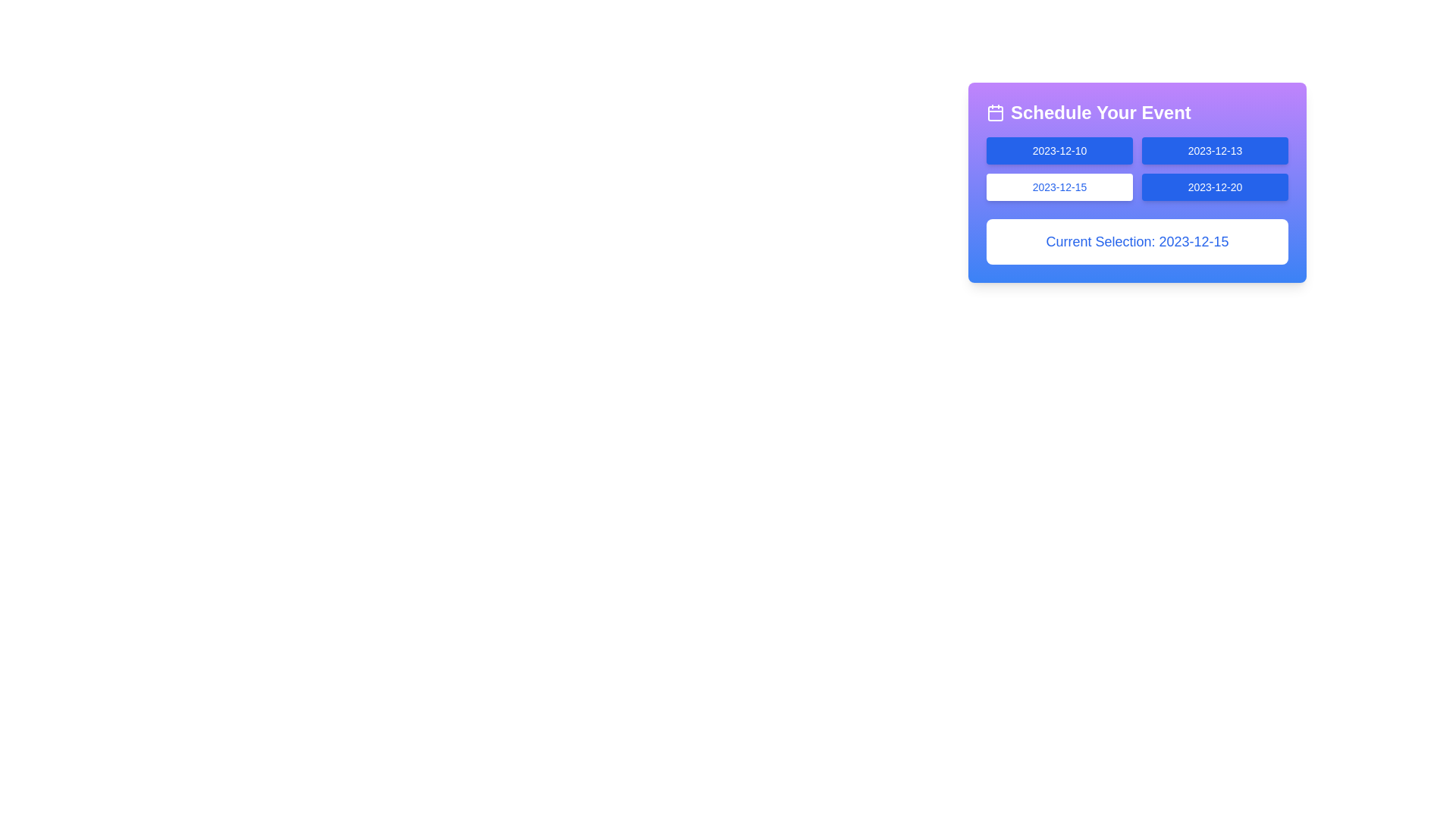 This screenshot has height=819, width=1456. Describe the element at coordinates (1137, 196) in the screenshot. I see `the button displaying '2023-12-15' located in the second row and first column of the scheduling panel` at that location.